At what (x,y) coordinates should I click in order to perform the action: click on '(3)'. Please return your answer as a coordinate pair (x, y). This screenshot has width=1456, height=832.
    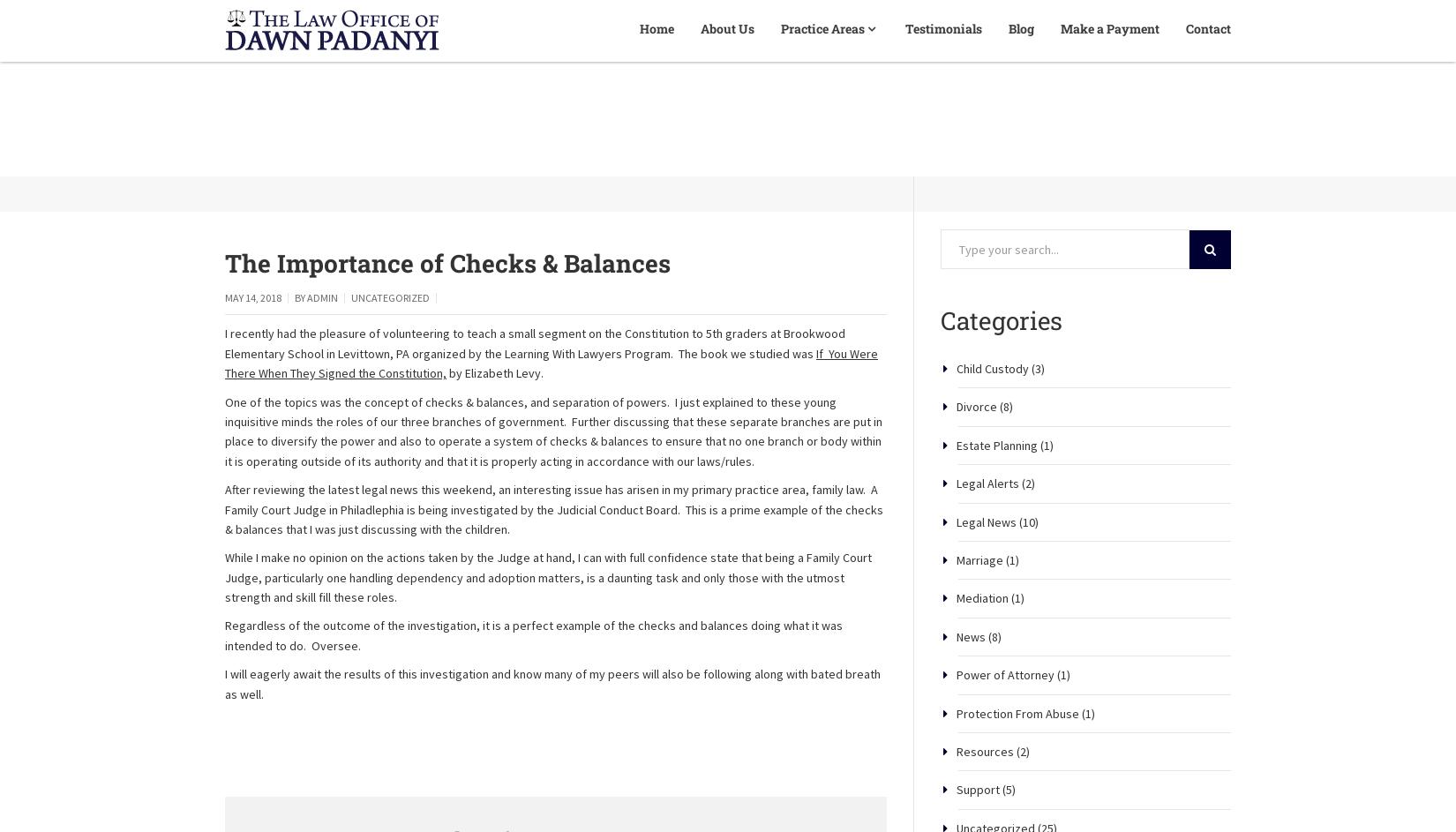
    Looking at the image, I should click on (1036, 428).